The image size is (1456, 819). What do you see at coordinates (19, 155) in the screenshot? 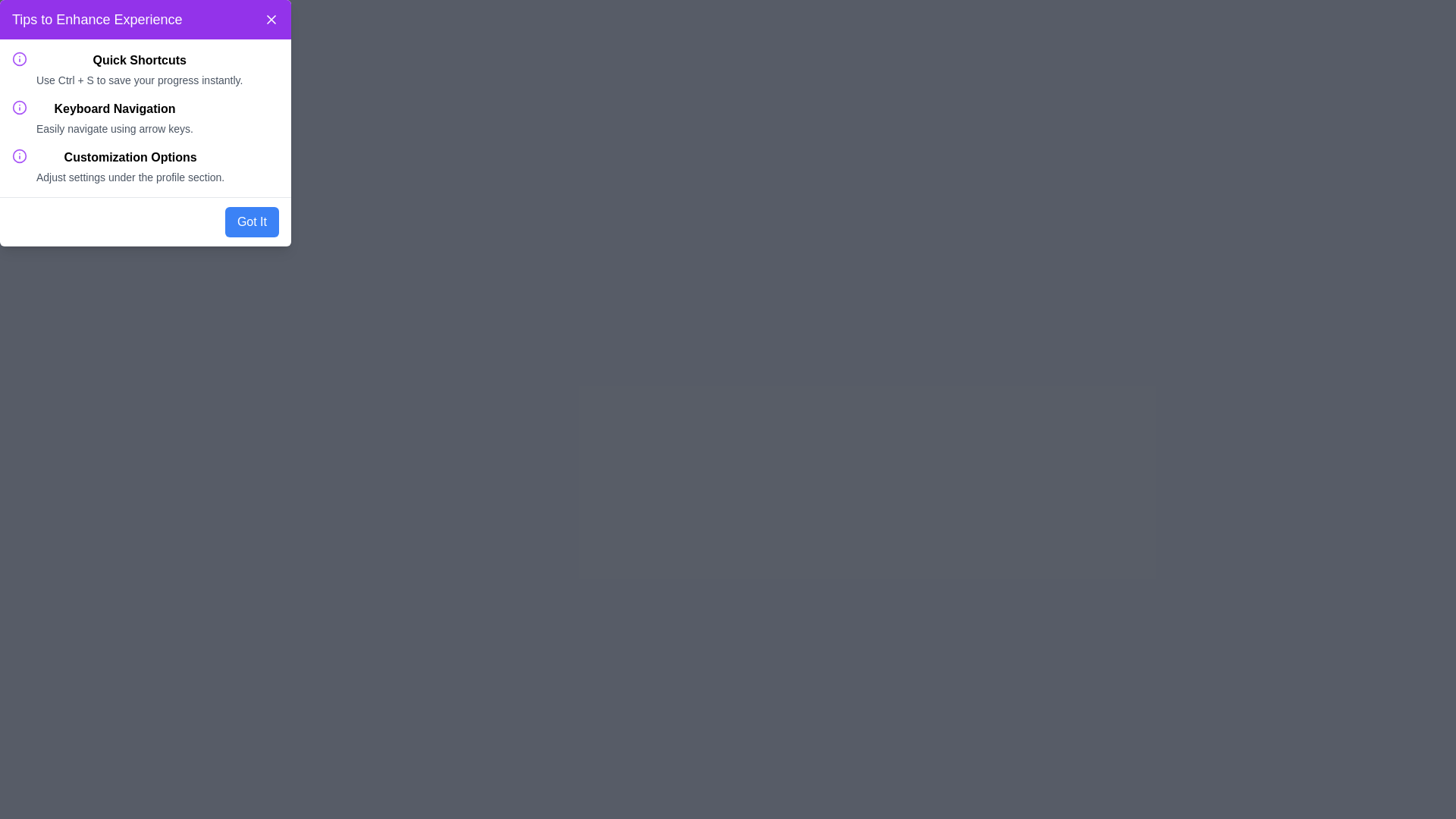
I see `the circular purple 'i' icon located to the left of the 'Customization Options' text in the 'Tips to Enhance Experience' dialog box` at bounding box center [19, 155].